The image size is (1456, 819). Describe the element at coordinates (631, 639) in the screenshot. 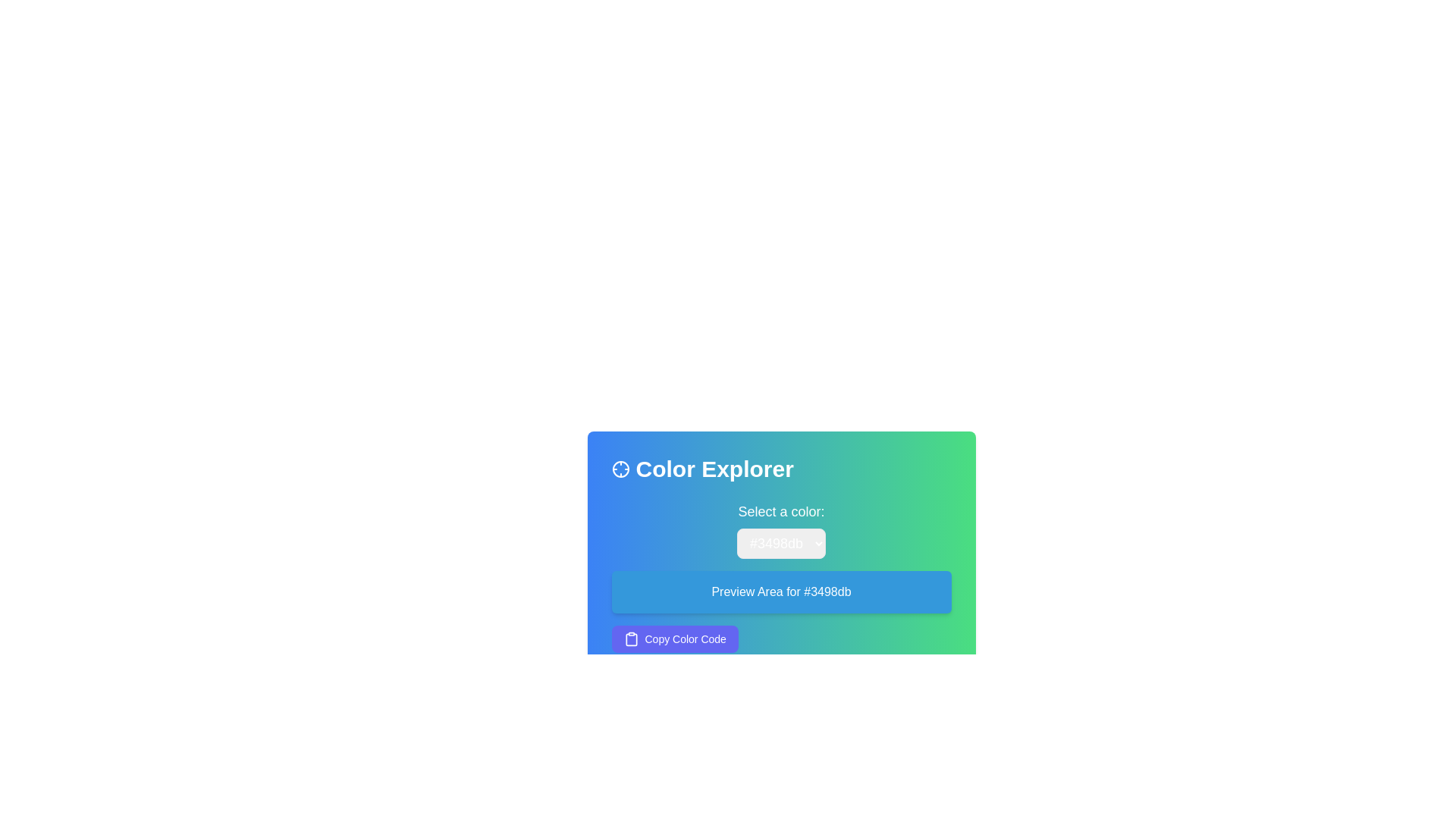

I see `the clipboard icon located inside the 'Copy Color Code' button at the bottom left of the 'Color Explorer' card` at that location.